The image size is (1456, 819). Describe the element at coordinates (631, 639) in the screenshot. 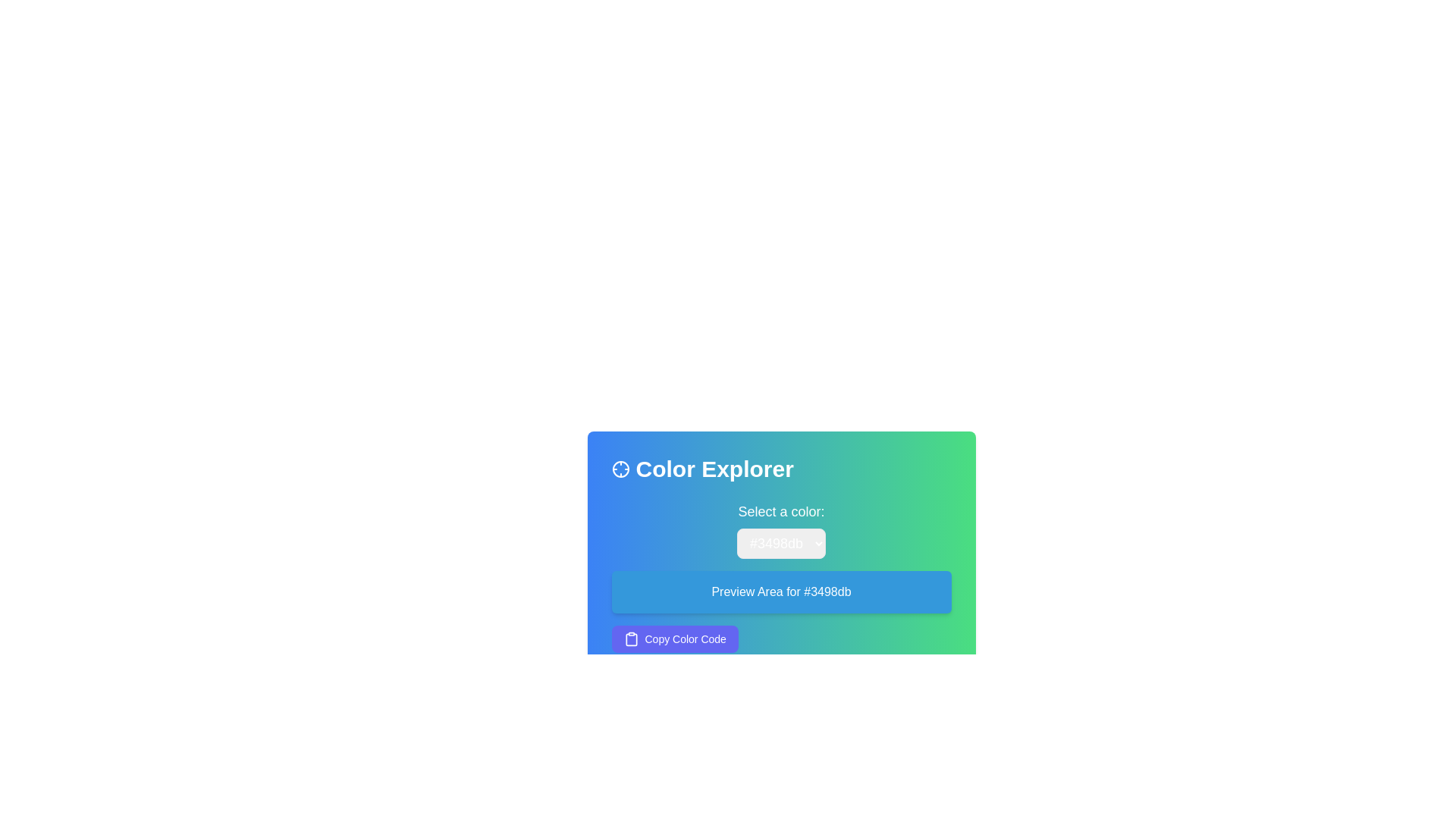

I see `the clipboard icon located inside the 'Copy Color Code' button at the bottom left of the 'Color Explorer' card` at that location.